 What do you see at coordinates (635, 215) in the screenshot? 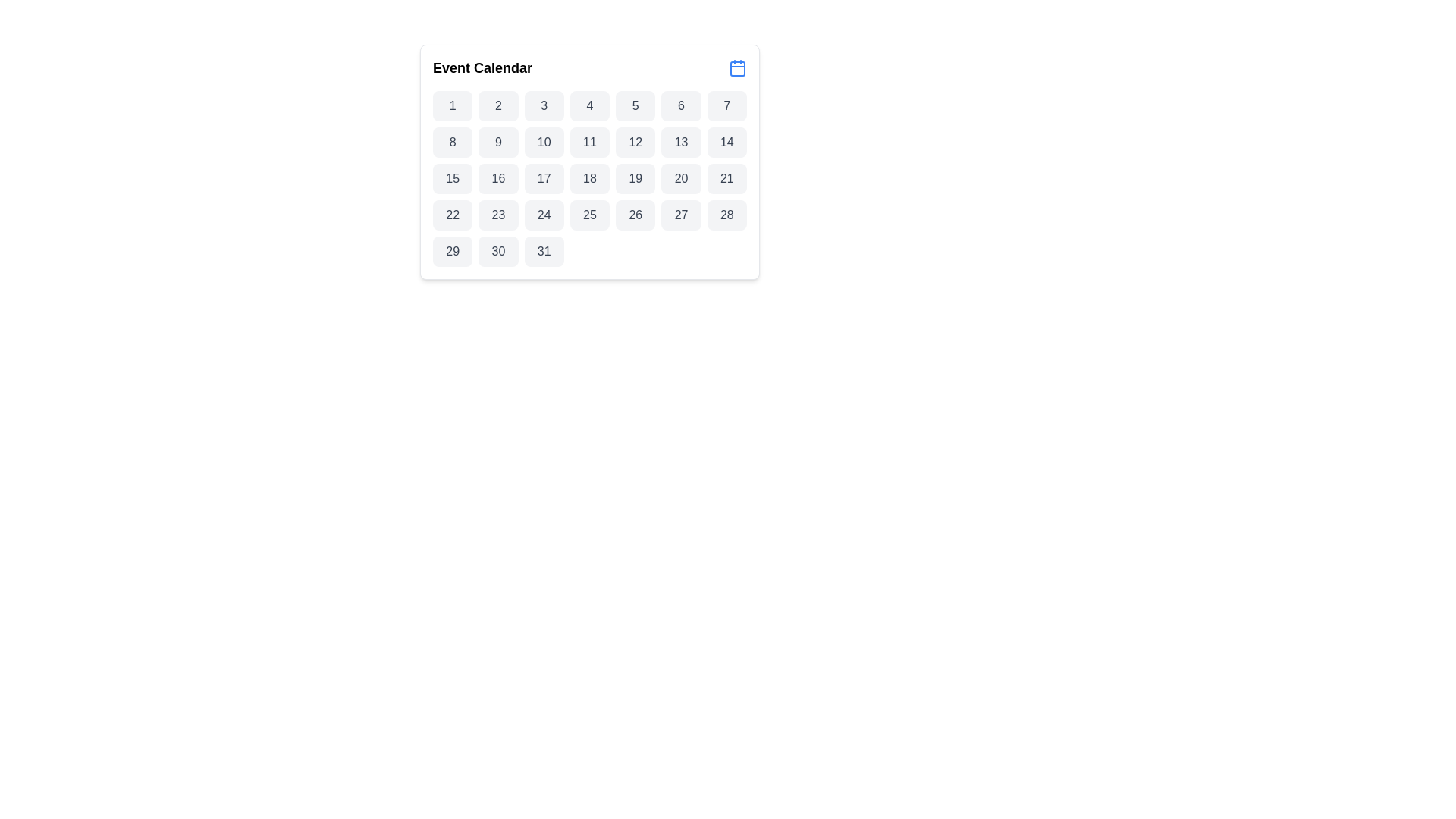
I see `the selectable date button located in the fourth row and fifth column of the calendar grid` at bounding box center [635, 215].